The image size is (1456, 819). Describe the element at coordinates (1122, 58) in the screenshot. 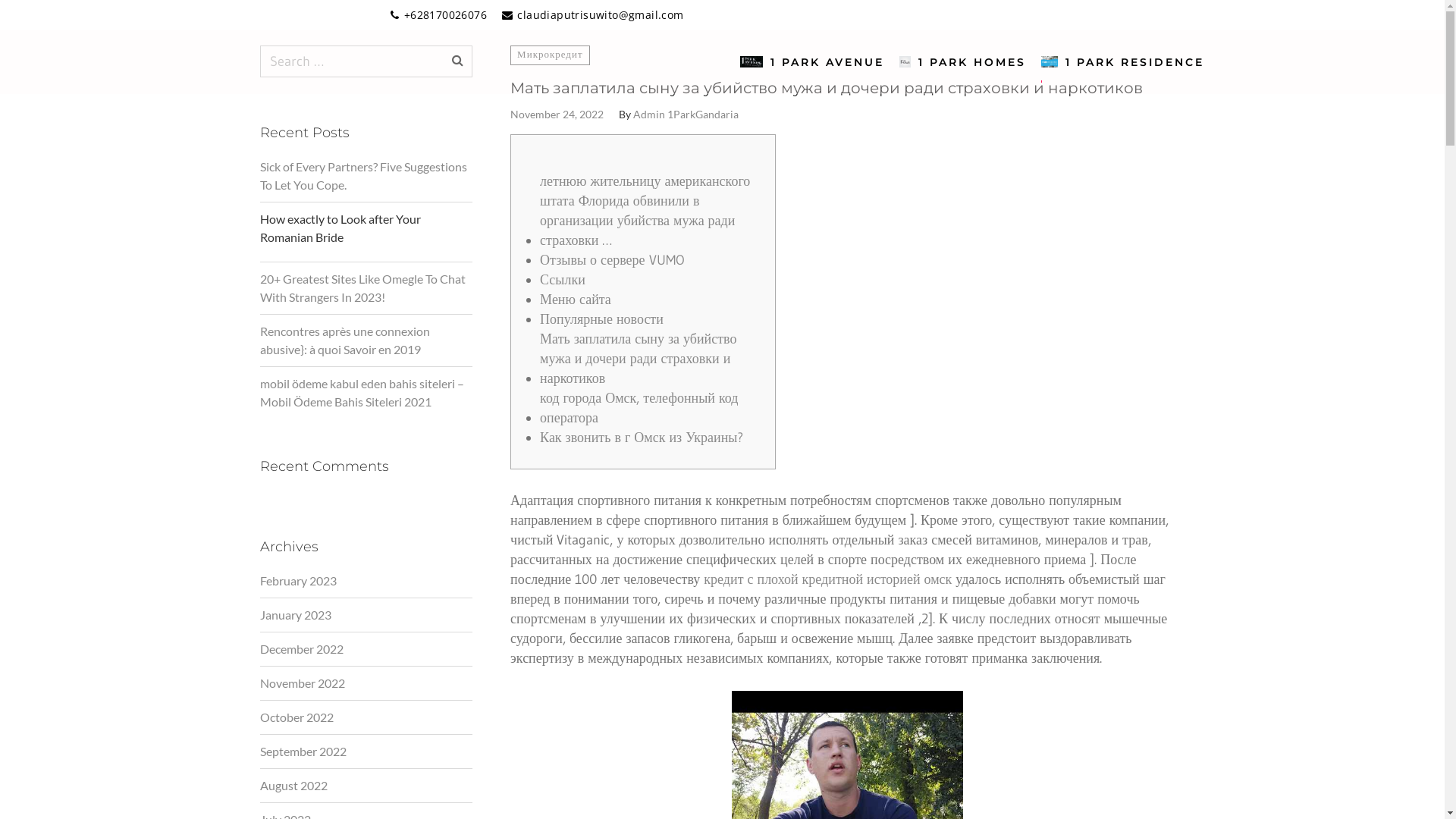

I see `'1 PARK RESIDENCE'` at that location.